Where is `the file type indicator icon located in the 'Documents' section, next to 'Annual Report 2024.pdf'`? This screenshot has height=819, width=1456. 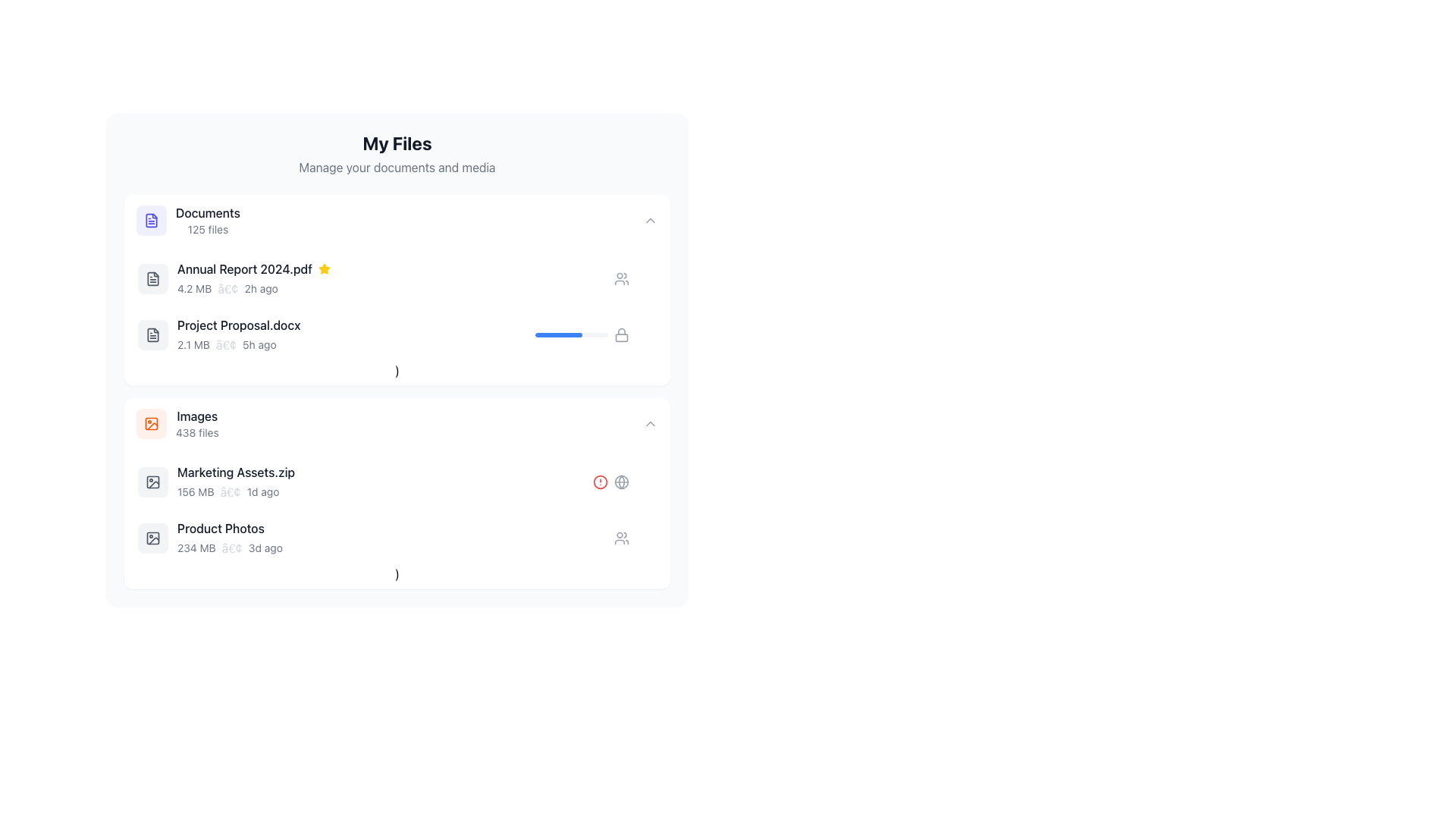
the file type indicator icon located in the 'Documents' section, next to 'Annual Report 2024.pdf' is located at coordinates (152, 278).